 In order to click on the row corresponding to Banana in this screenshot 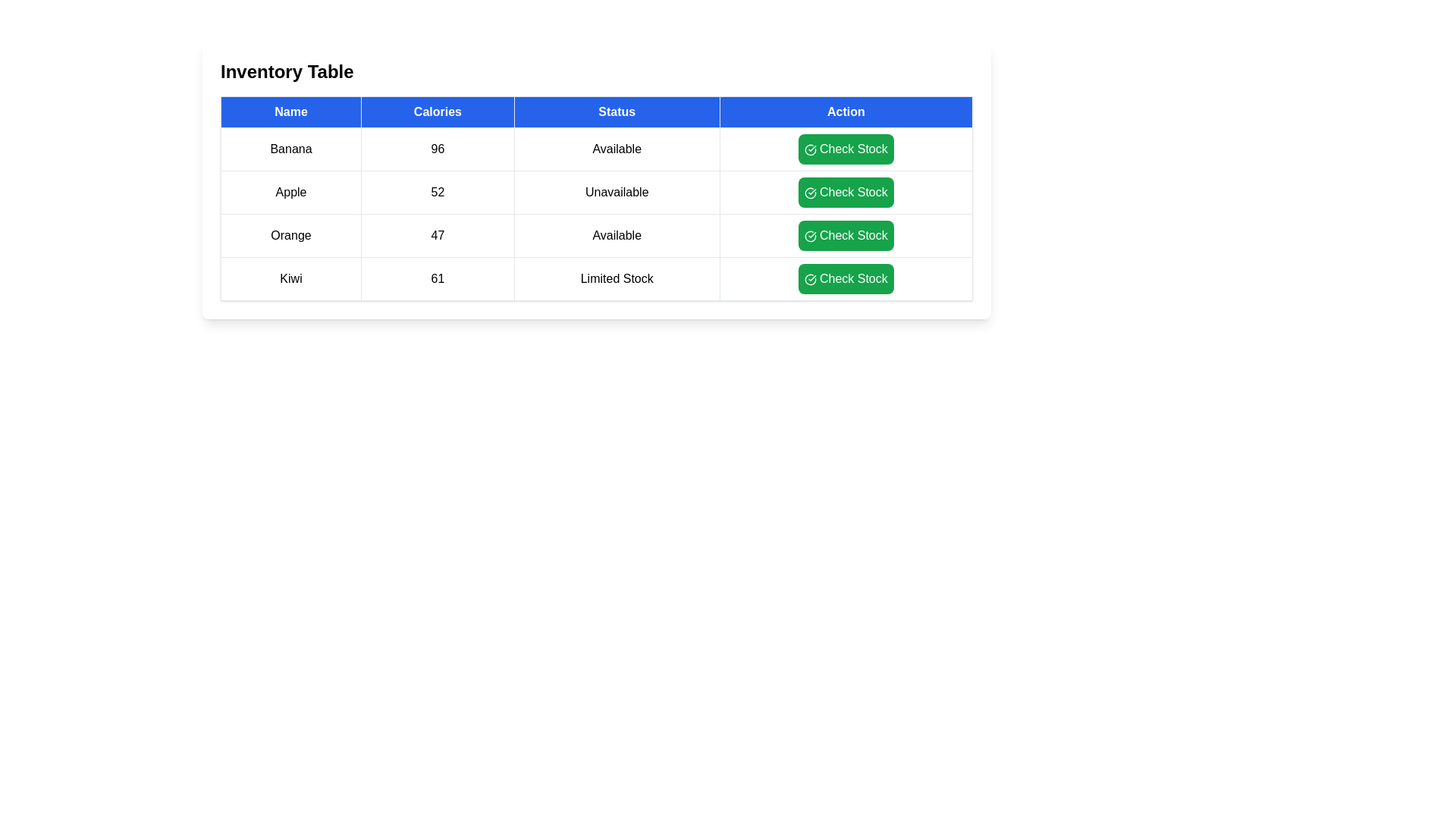, I will do `click(596, 149)`.